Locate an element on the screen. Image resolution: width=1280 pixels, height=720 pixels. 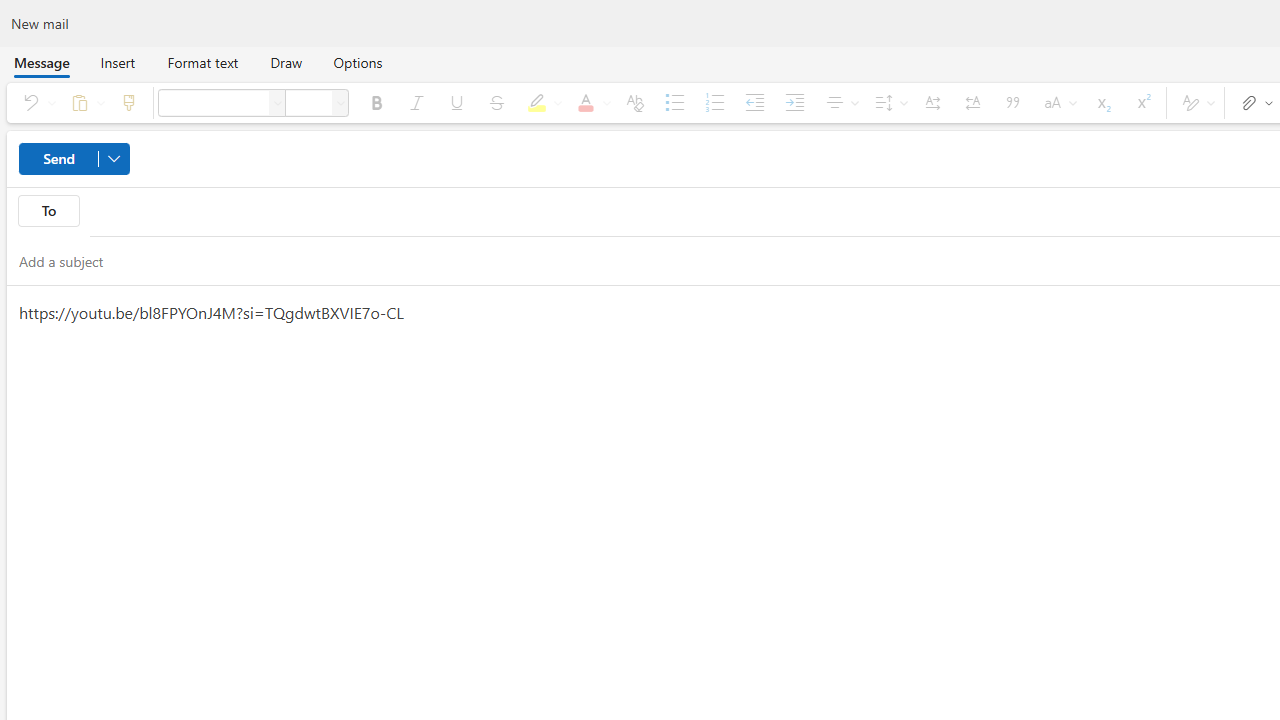
'Change case' is located at coordinates (1056, 102).